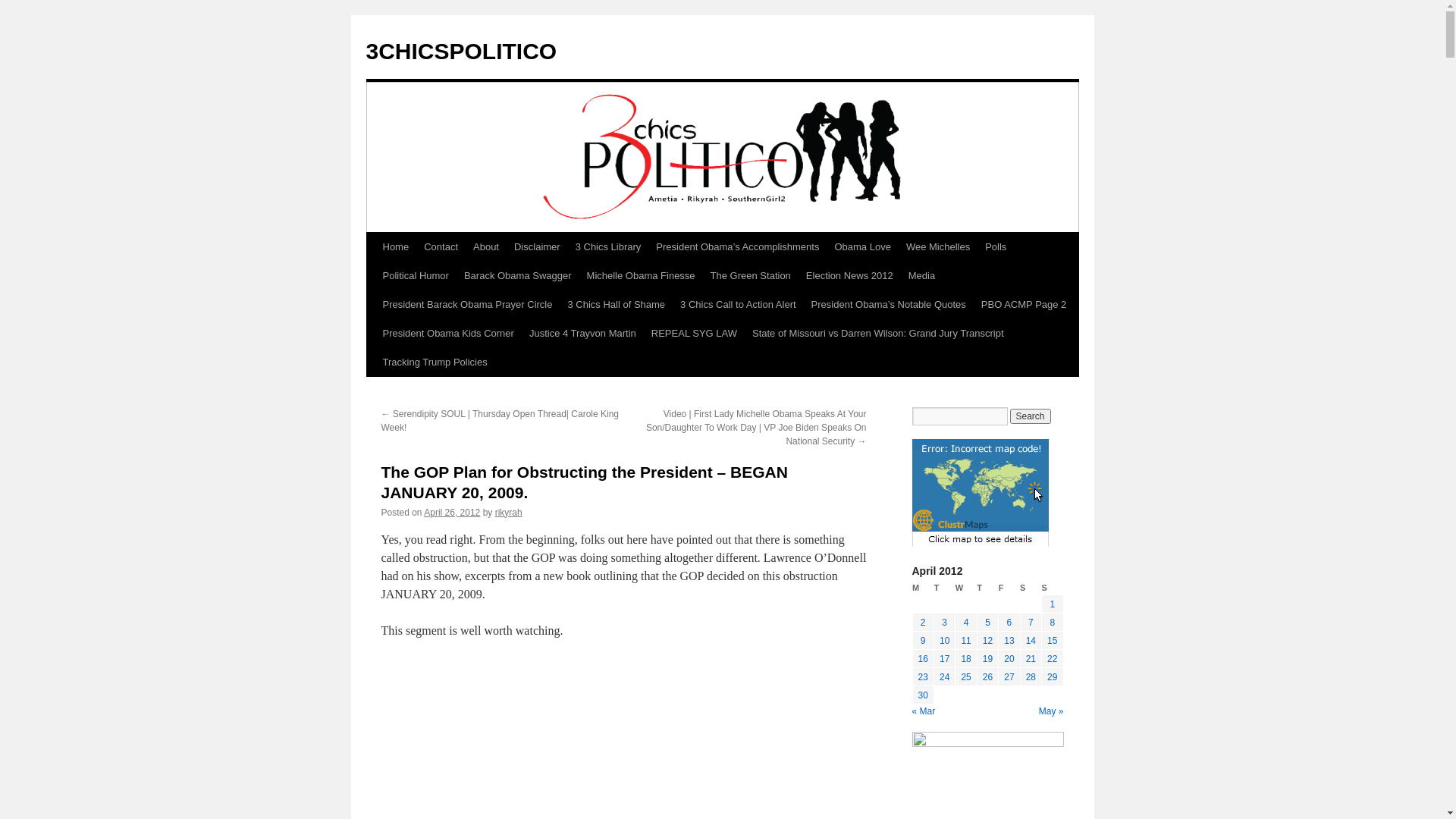 Image resolution: width=1456 pixels, height=819 pixels. Describe the element at coordinates (395, 246) in the screenshot. I see `'Home'` at that location.